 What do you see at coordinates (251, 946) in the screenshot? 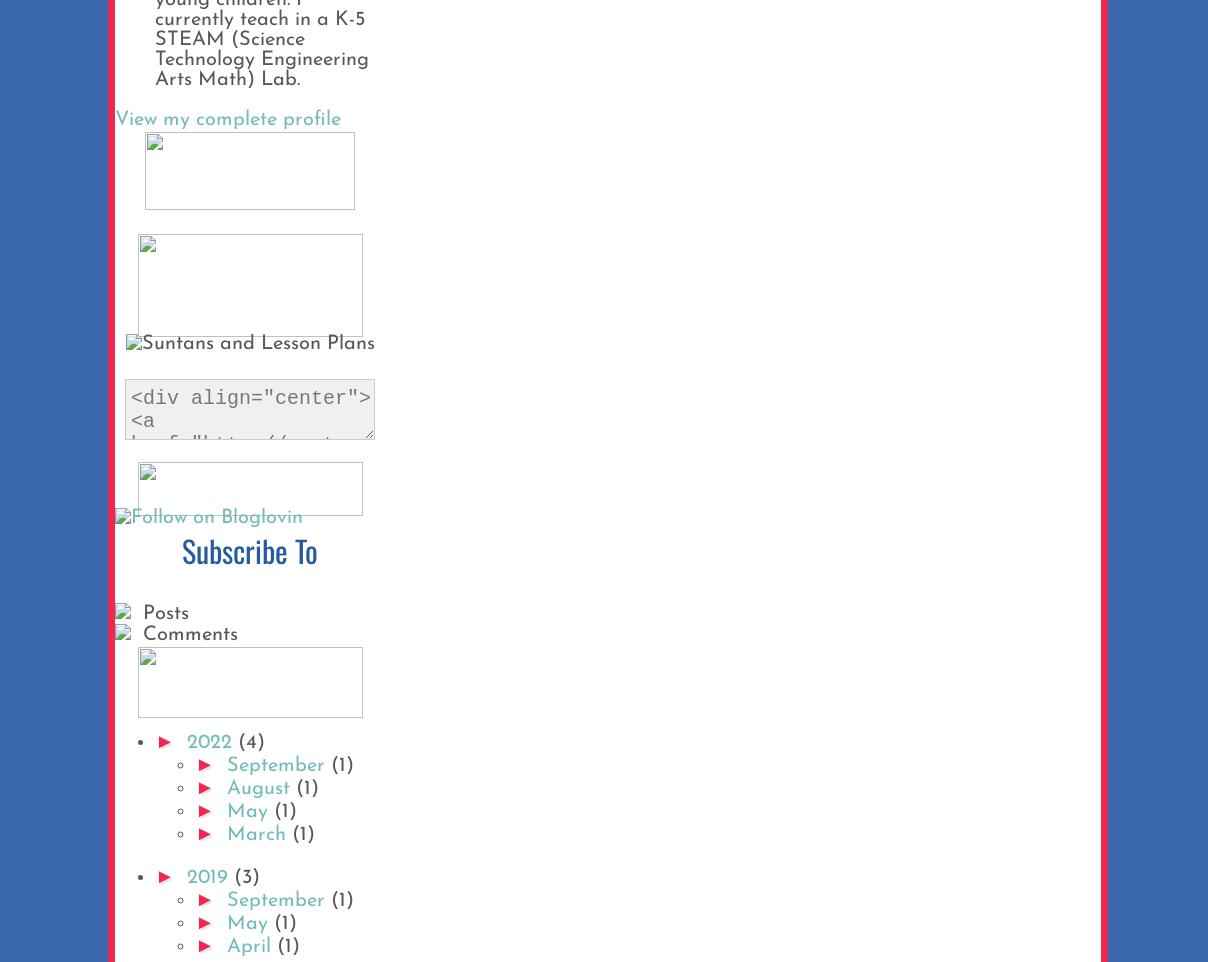
I see `'April'` at bounding box center [251, 946].